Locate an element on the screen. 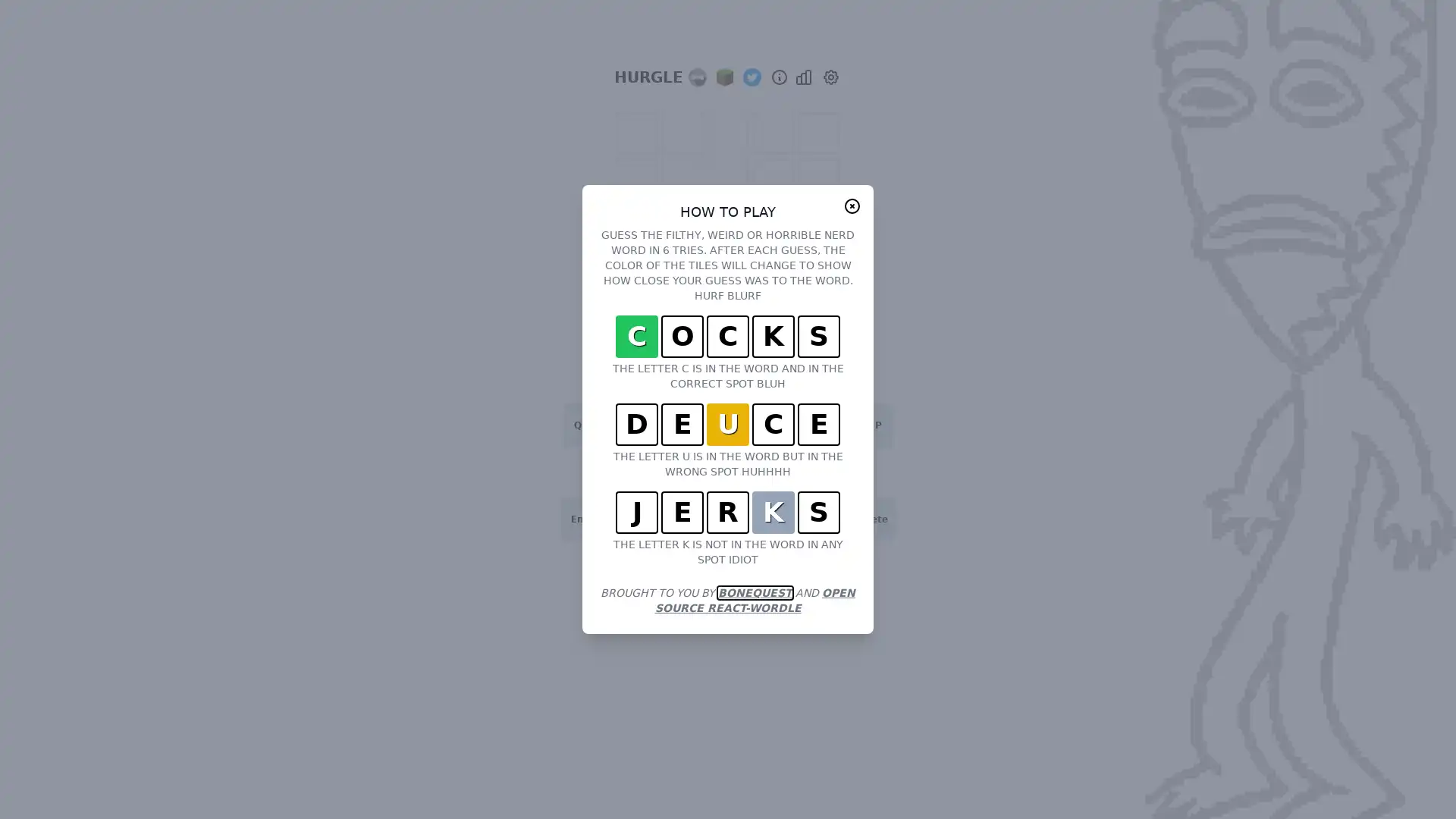  Delete is located at coordinates (871, 519).